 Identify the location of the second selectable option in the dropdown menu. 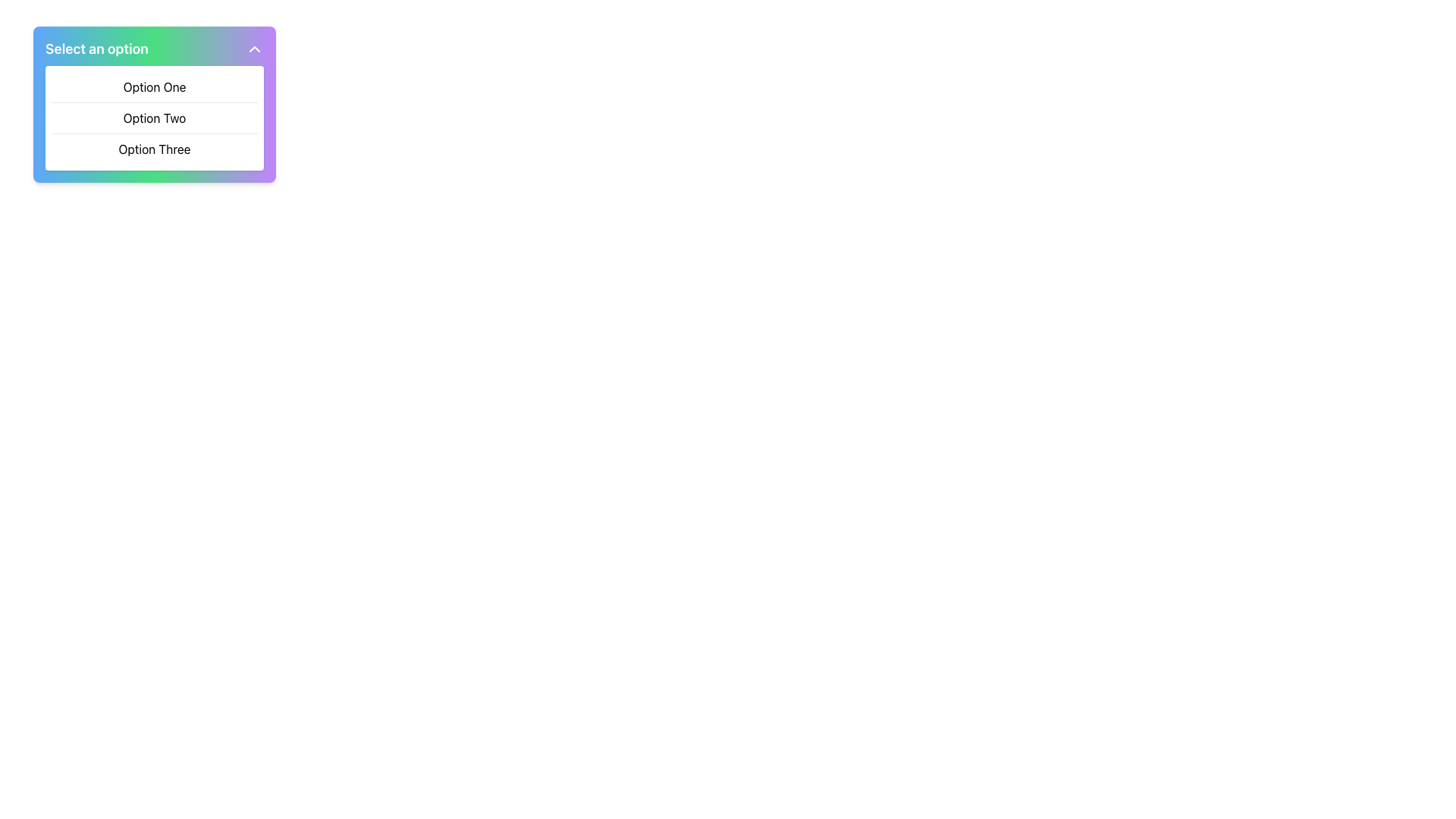
(154, 117).